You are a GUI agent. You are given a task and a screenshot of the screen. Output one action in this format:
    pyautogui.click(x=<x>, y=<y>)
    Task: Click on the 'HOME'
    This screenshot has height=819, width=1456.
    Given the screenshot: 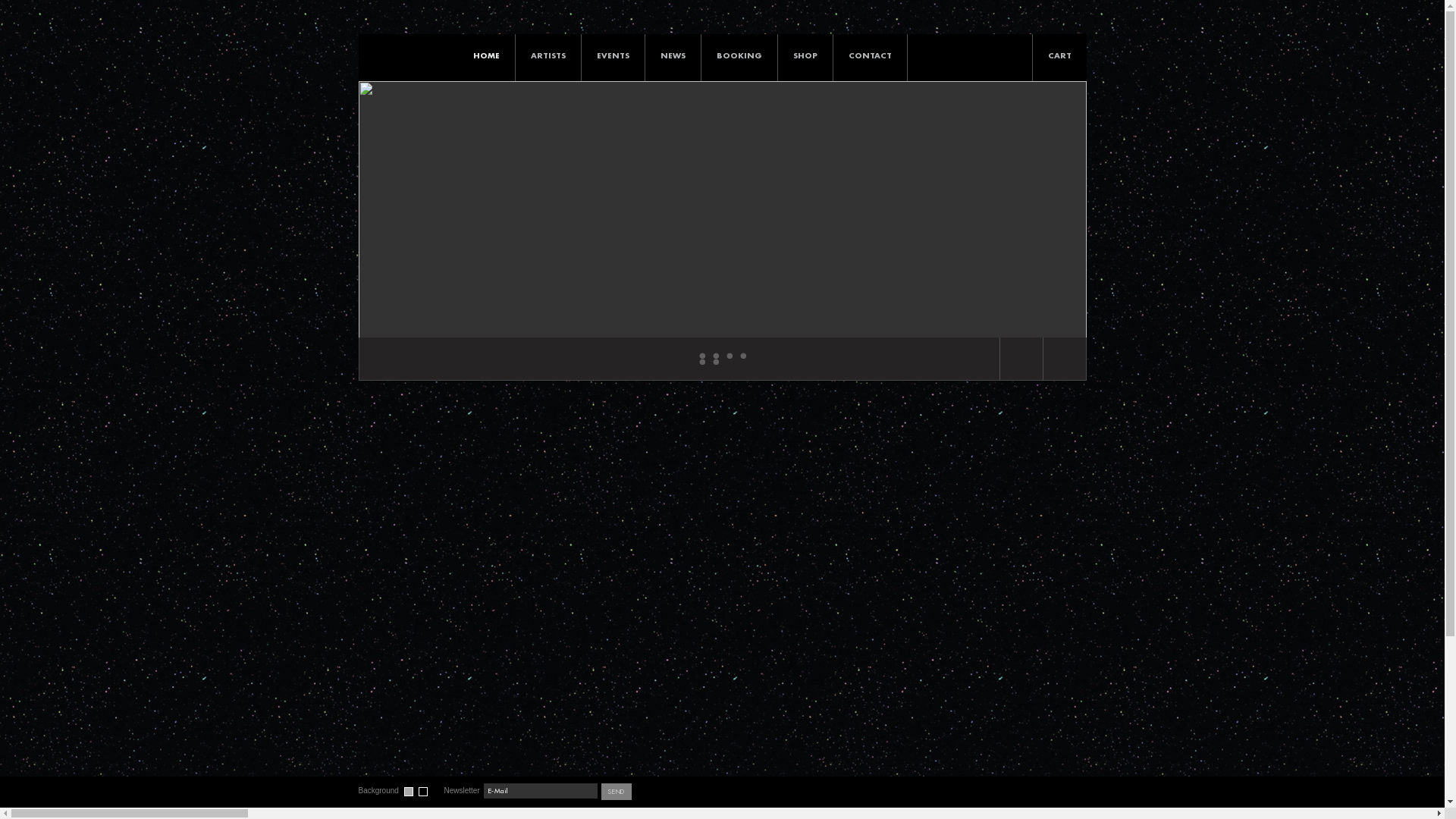 What is the action you would take?
    pyautogui.click(x=486, y=55)
    